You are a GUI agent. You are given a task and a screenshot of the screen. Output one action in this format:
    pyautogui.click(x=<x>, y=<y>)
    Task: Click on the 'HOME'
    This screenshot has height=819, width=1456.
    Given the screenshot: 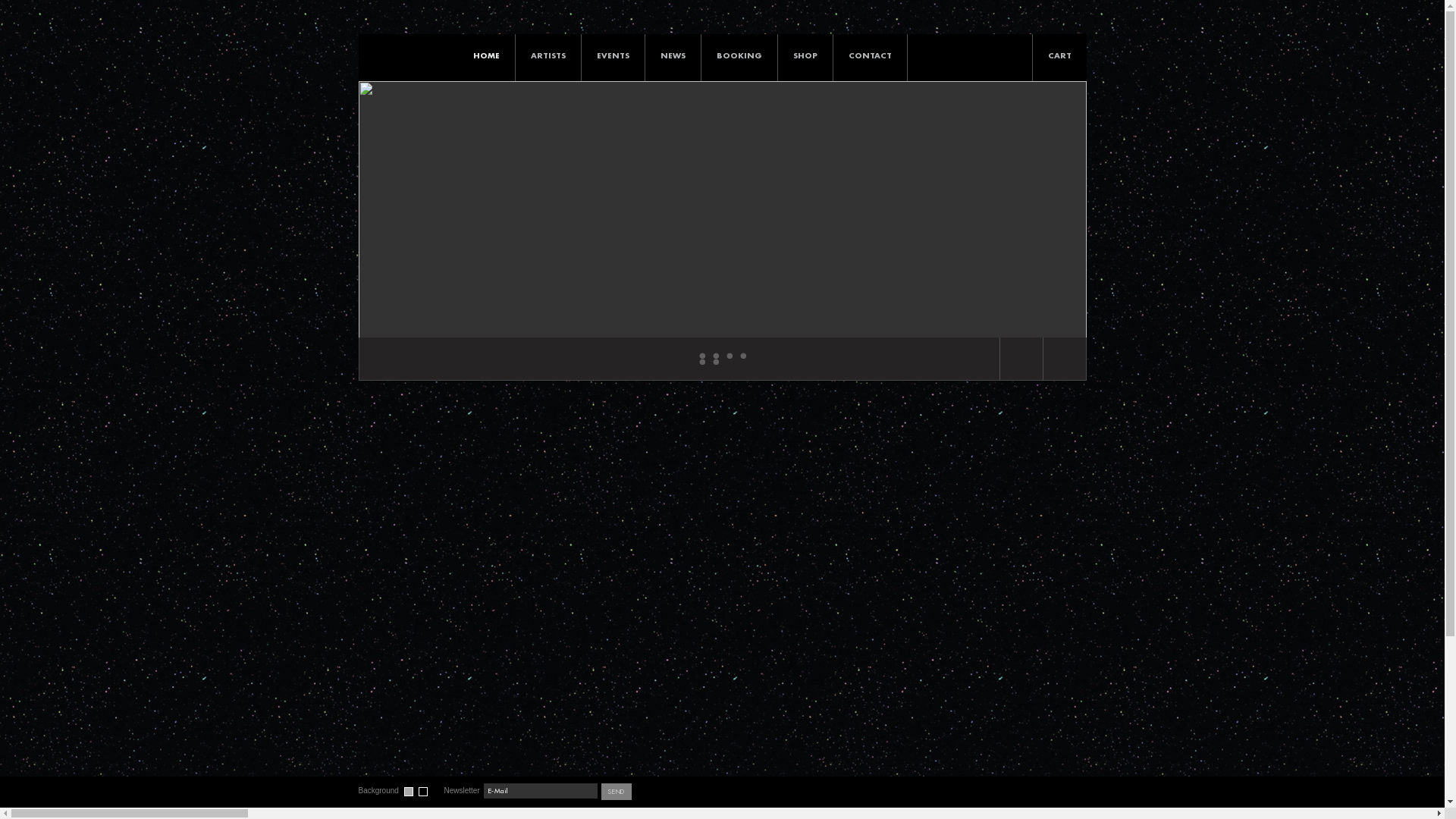 What is the action you would take?
    pyautogui.click(x=486, y=55)
    